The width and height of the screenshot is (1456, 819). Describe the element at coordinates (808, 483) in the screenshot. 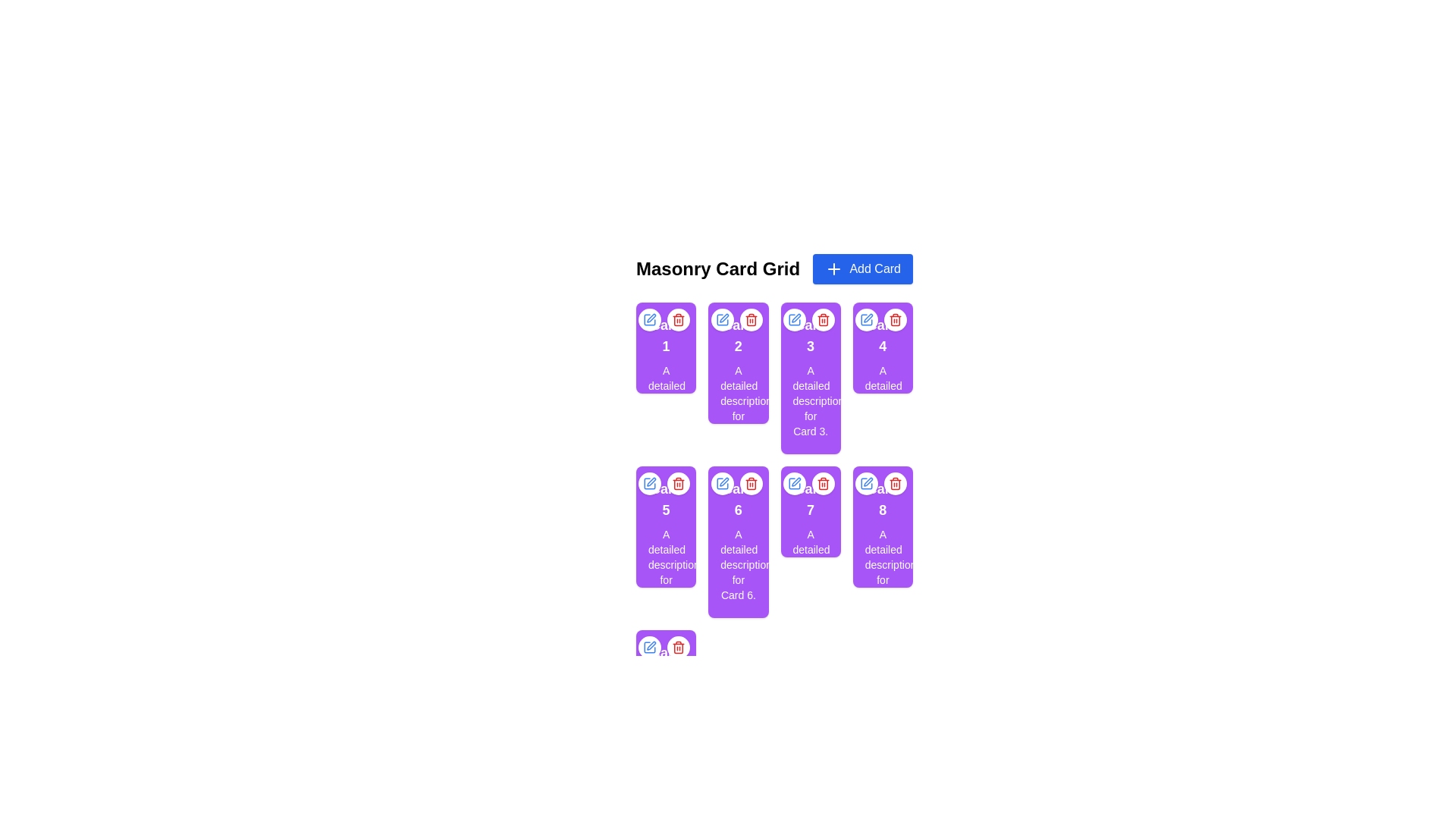

I see `the red trash bin icon in the Button Group located at the top-right corner of 'Card 7' to initiate deletion` at that location.